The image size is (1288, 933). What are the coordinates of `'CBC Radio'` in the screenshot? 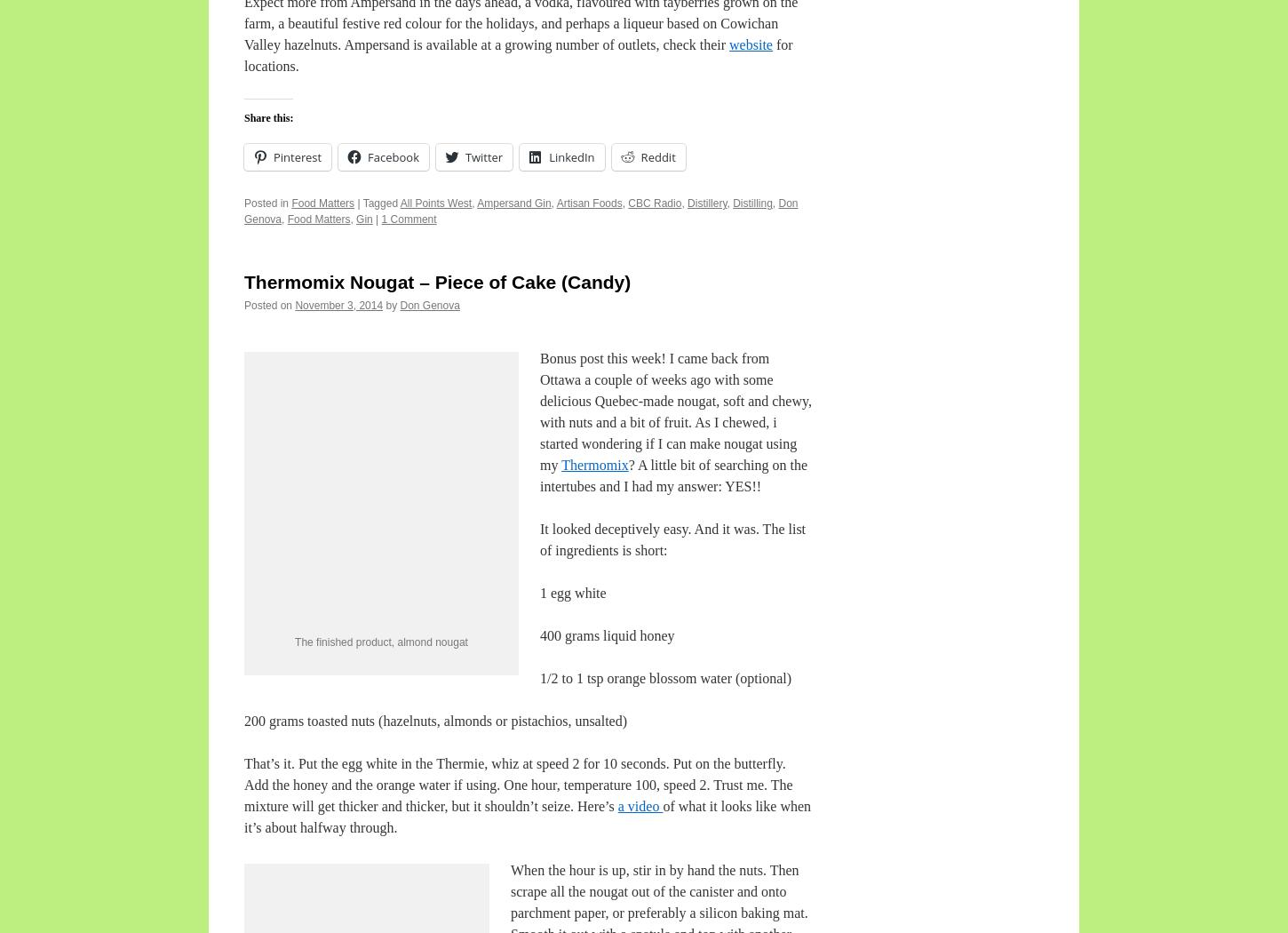 It's located at (655, 203).